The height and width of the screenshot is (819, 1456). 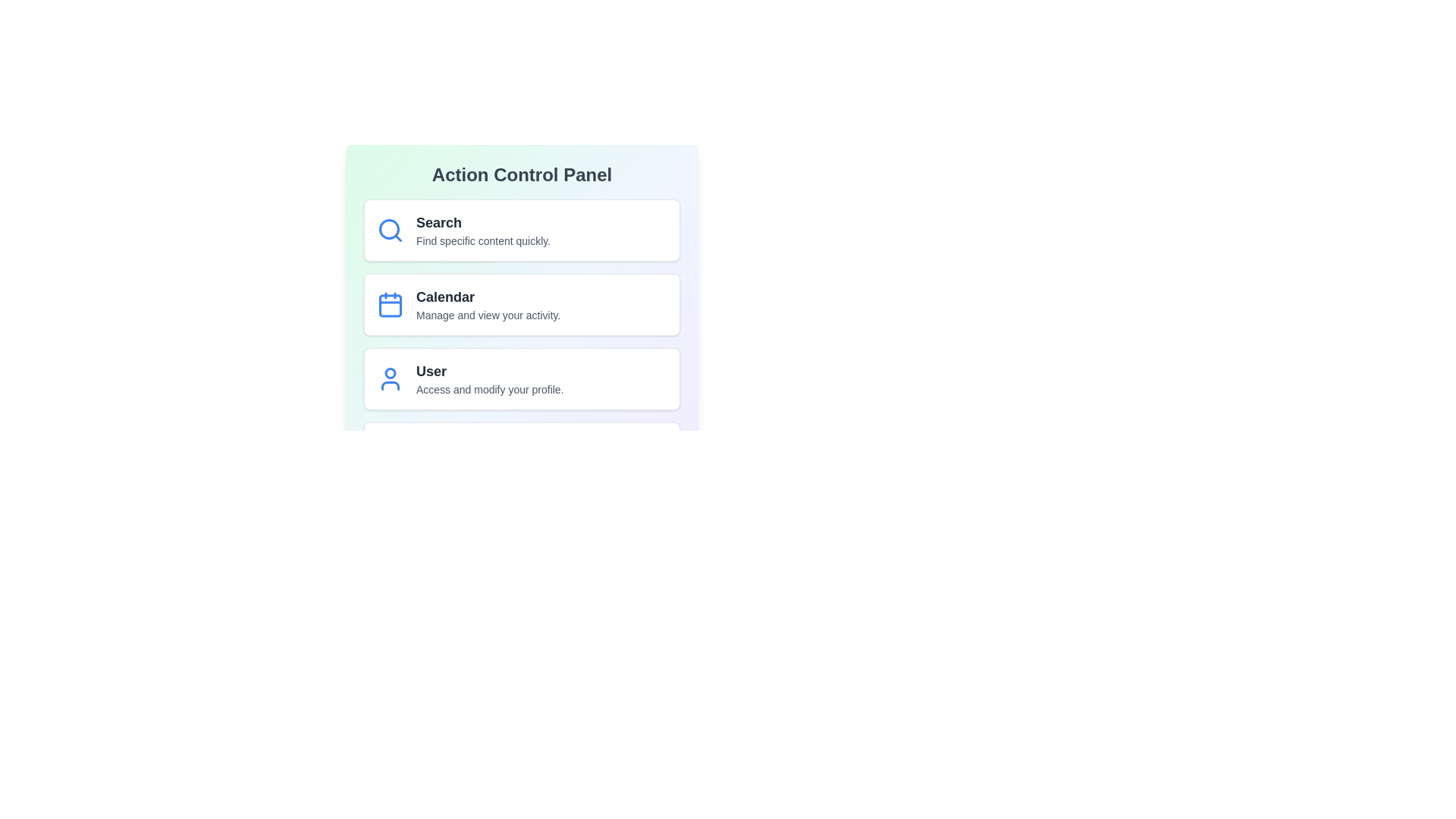 I want to click on the user profile icon represented by the upper circular component of the graphic SVG icon in the sidebar menu, so click(x=390, y=373).